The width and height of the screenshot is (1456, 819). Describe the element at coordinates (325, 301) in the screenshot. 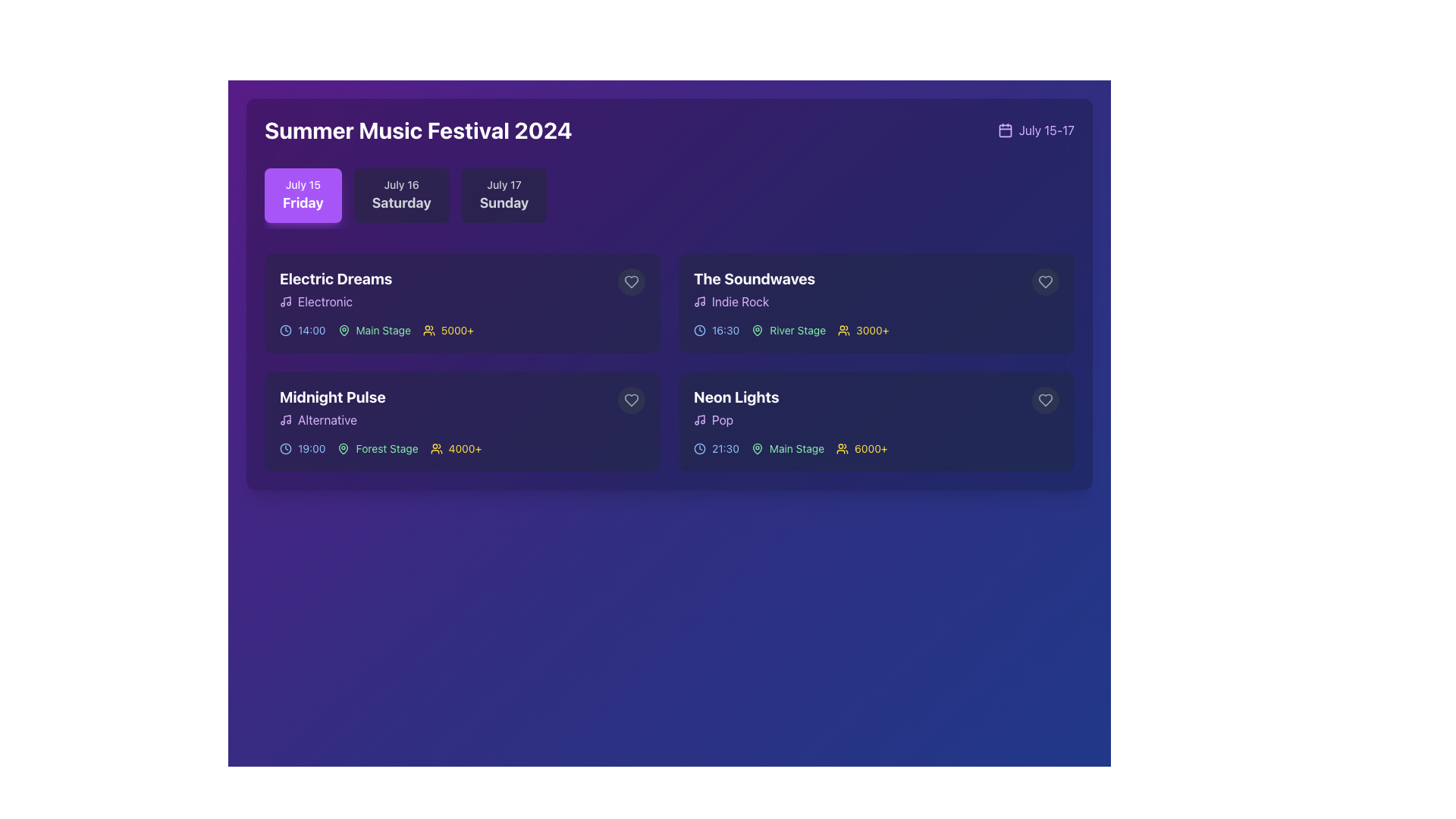

I see `text of the label indicating the music genre 'Electronic' associated with the 'Electric Dreams' event, located in the 'July 15 Friday' section` at that location.